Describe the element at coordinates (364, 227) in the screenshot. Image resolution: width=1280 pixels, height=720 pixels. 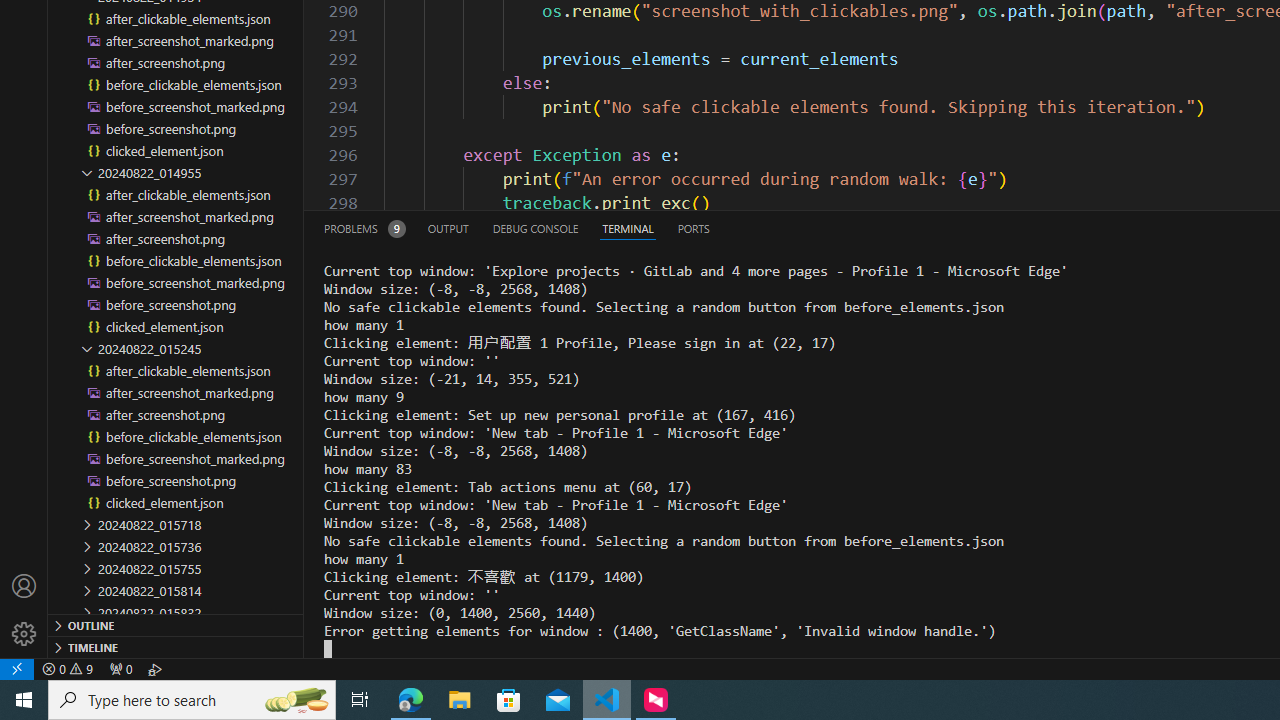
I see `'Problems (Ctrl+Shift+M) - Total 9 Problems'` at that location.